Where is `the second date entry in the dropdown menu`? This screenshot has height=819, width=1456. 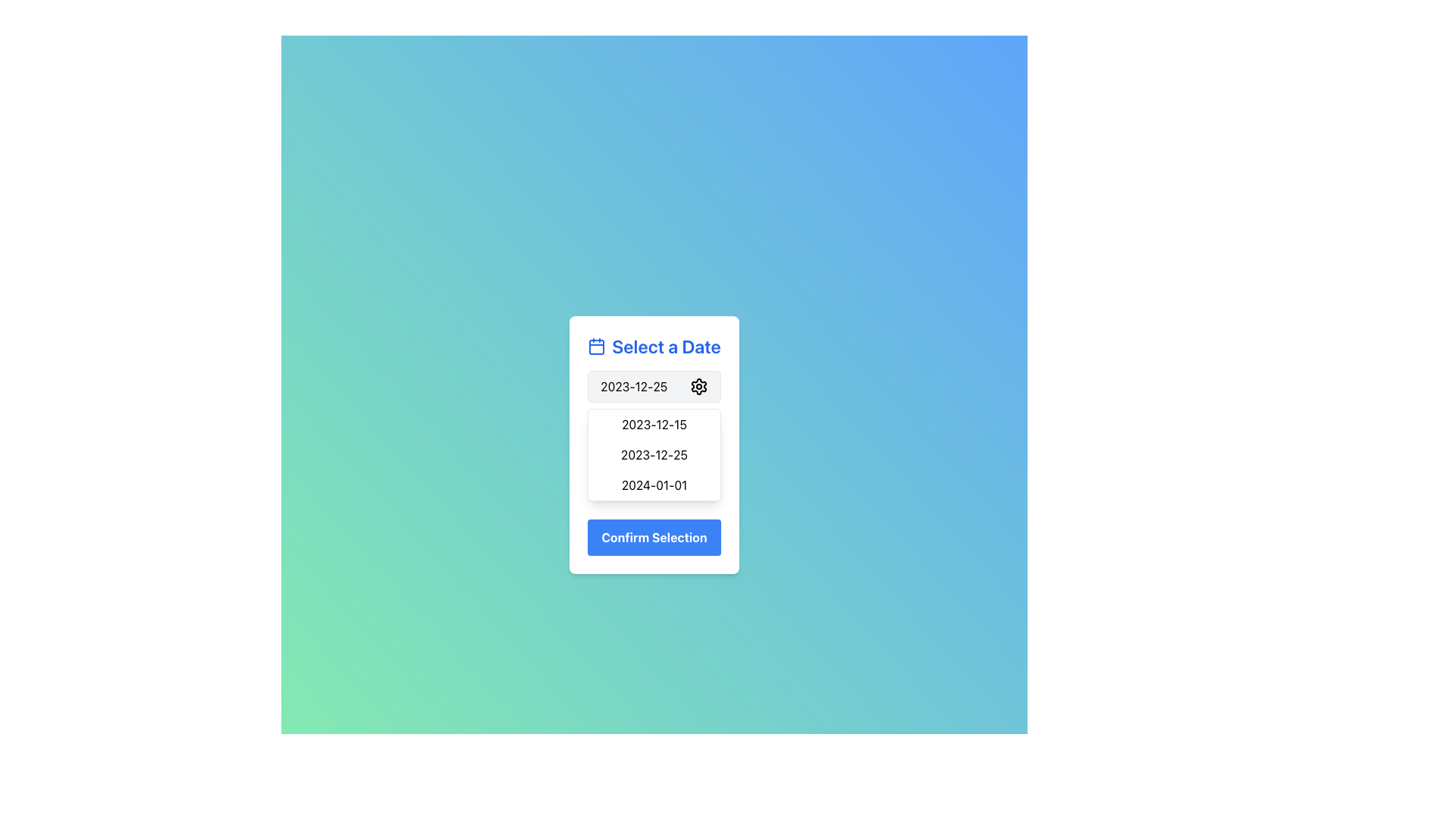
the second date entry in the dropdown menu is located at coordinates (654, 424).